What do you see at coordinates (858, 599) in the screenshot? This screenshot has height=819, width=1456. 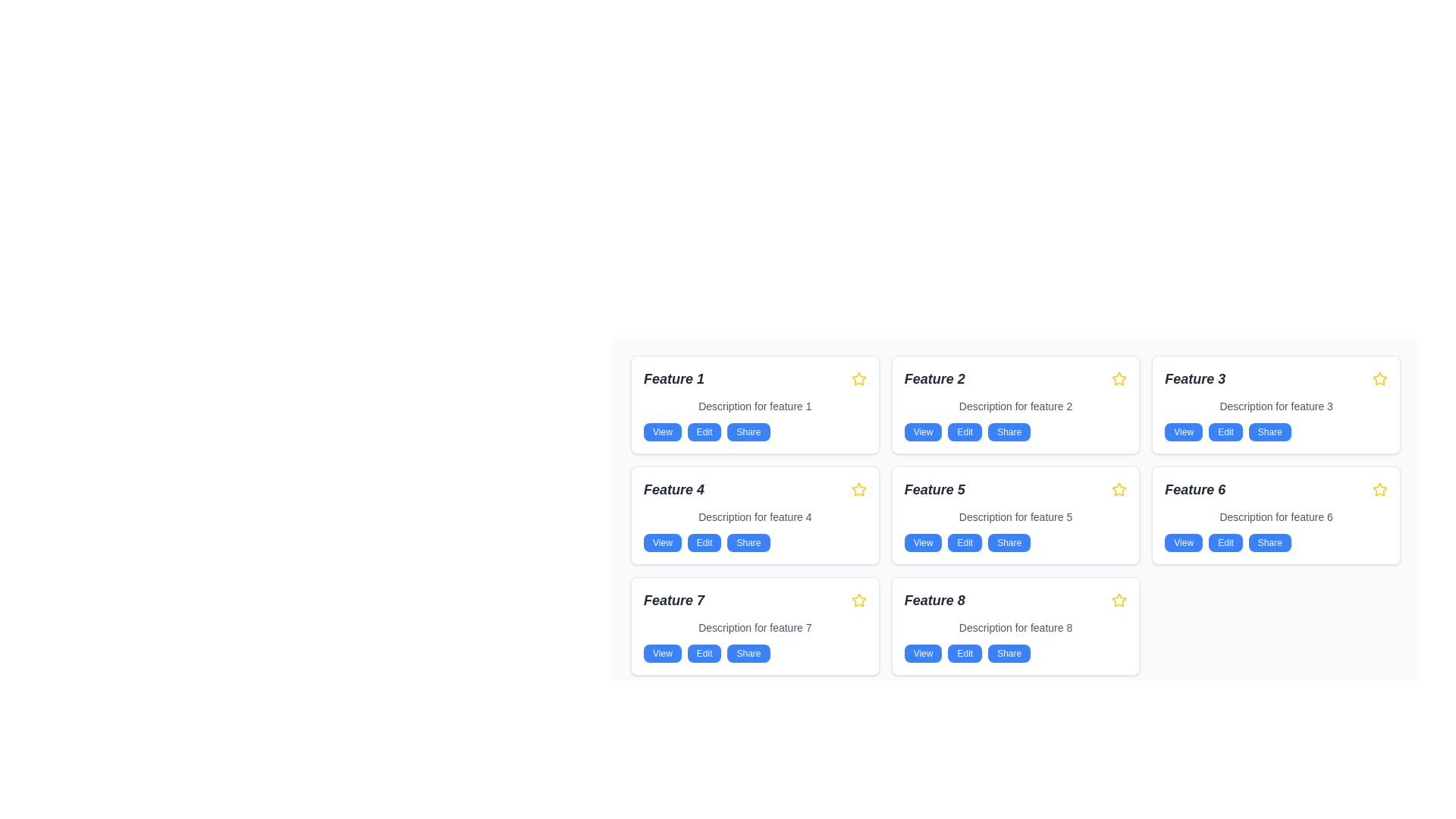 I see `the star-shaped icon with a yellow outline located to the right of the 'Feature 7' text` at bounding box center [858, 599].